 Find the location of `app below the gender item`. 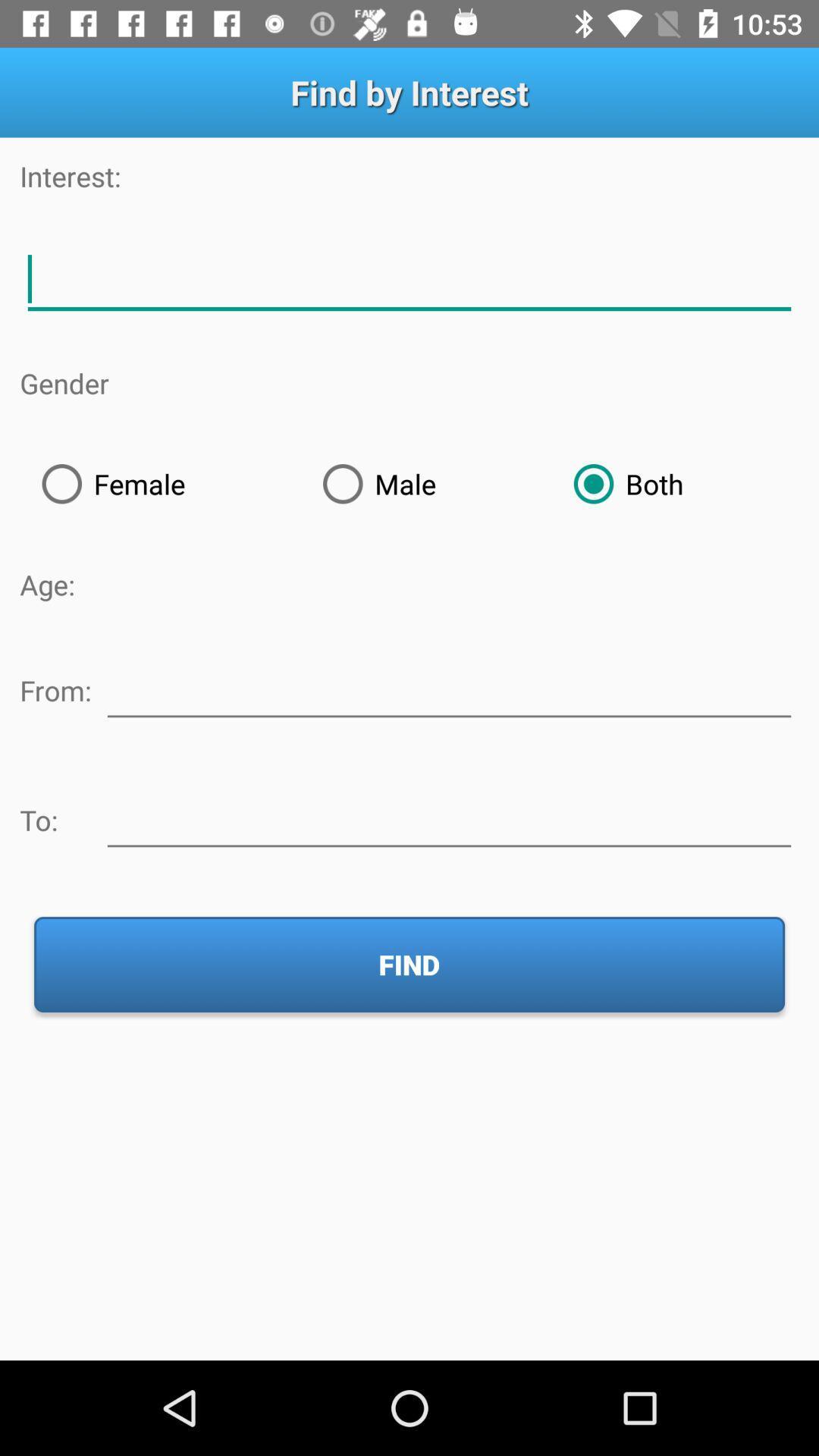

app below the gender item is located at coordinates (160, 483).